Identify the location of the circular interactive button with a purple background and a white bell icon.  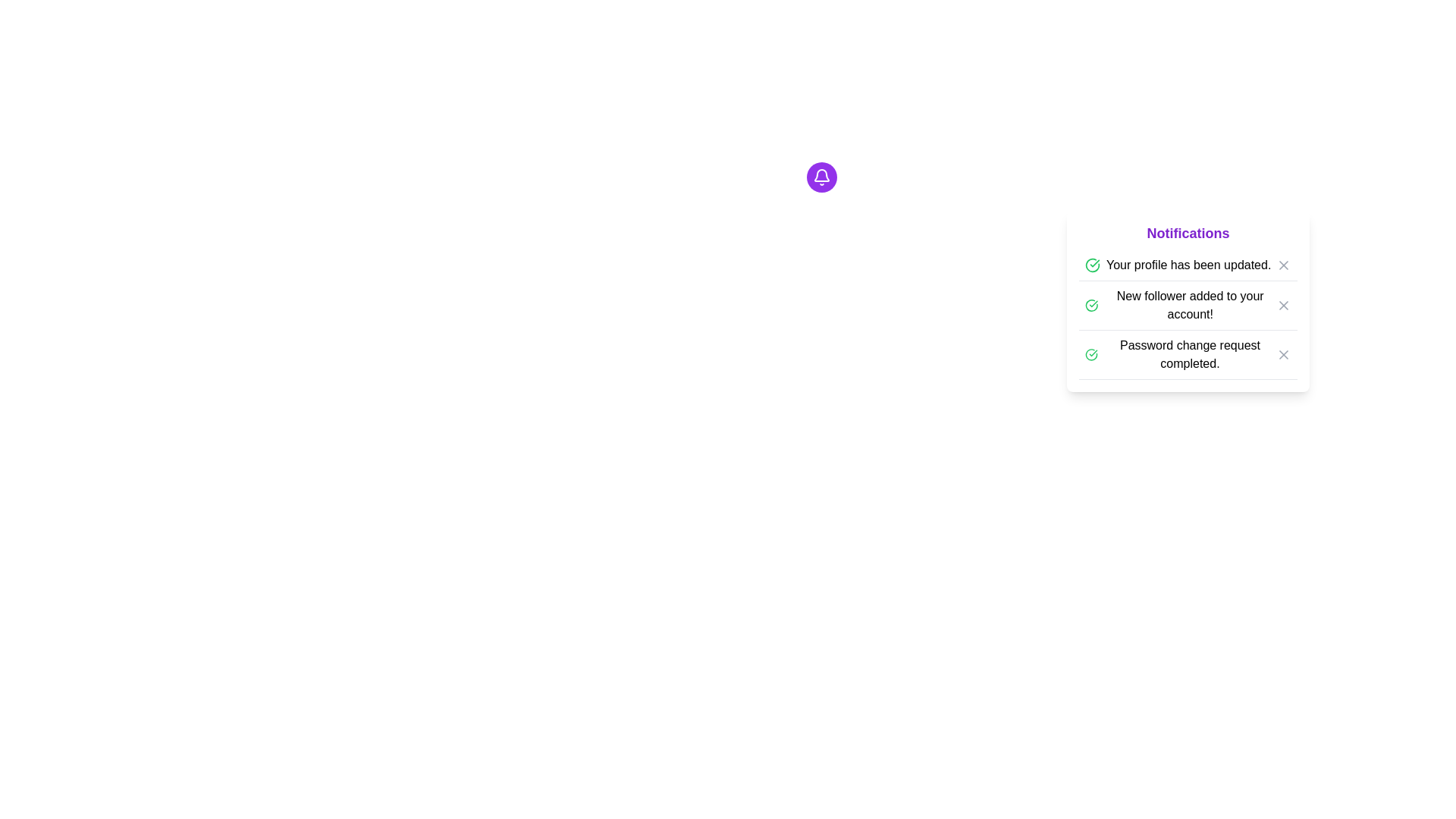
(821, 177).